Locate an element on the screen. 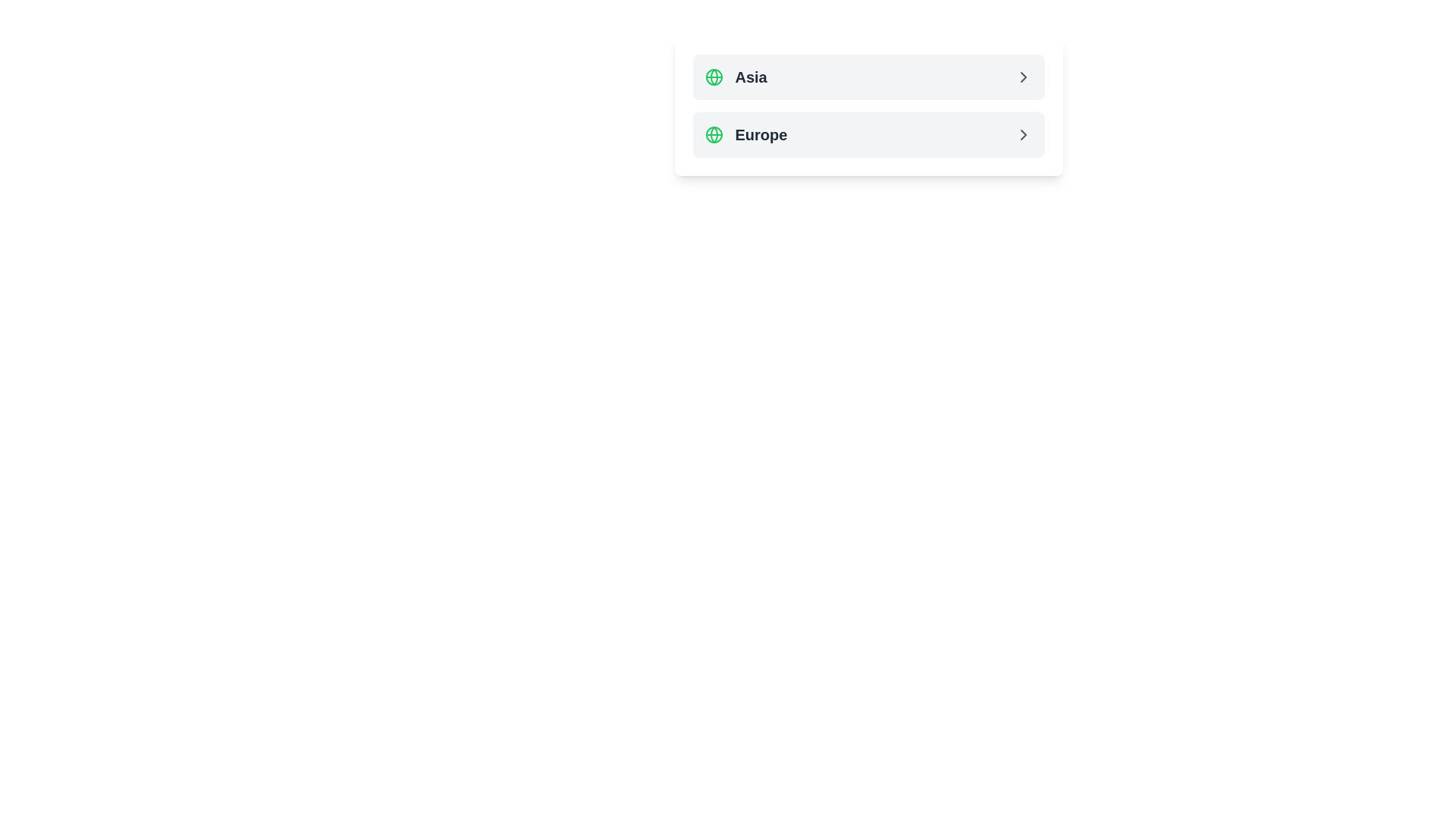 The image size is (1456, 819). the chevron icon located on the far right side of the list item labeled 'Europe' is located at coordinates (1023, 133).